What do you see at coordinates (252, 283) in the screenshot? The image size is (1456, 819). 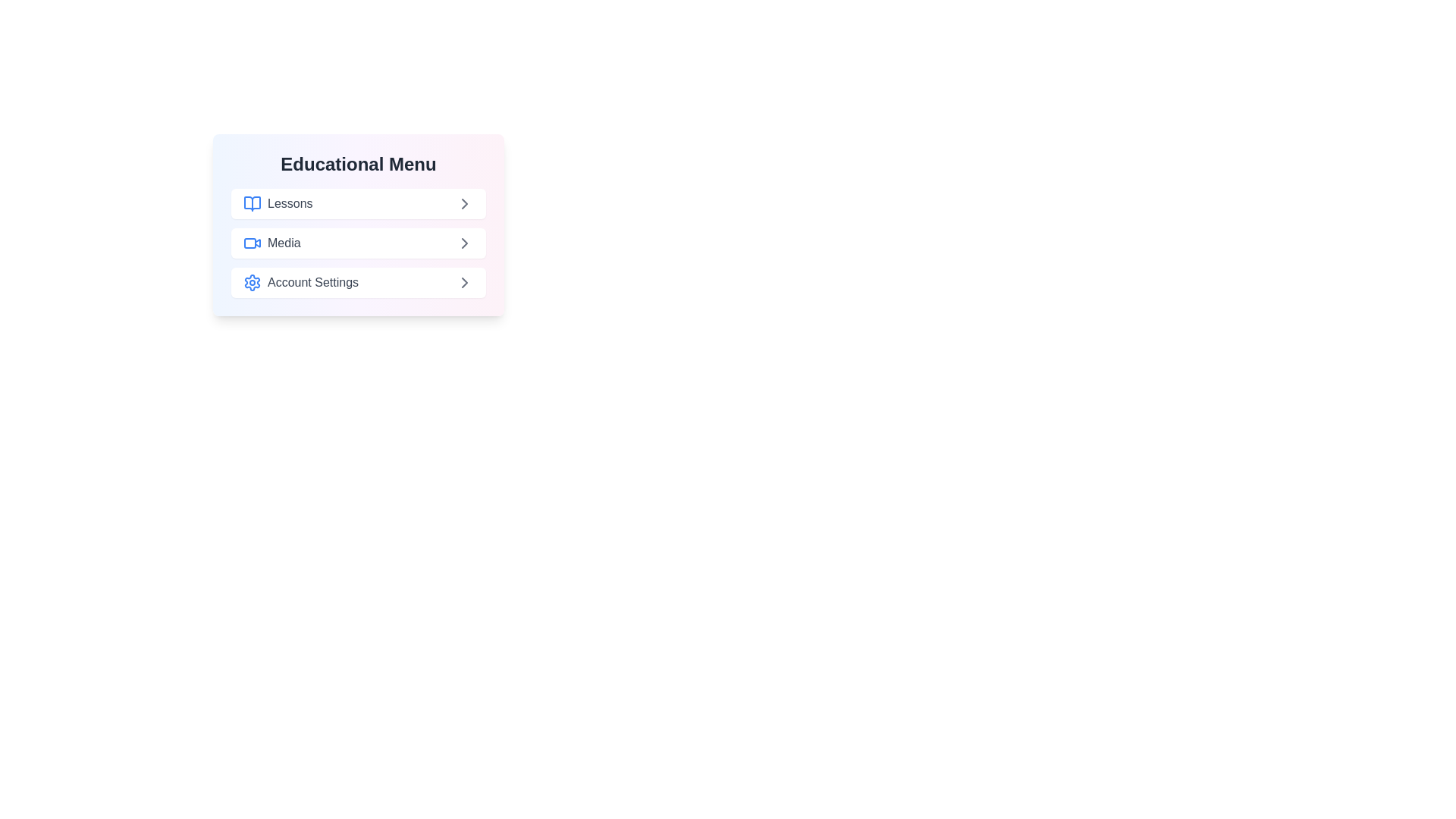 I see `the blue gear icon next to 'Account Settings' in the Educational Menu` at bounding box center [252, 283].